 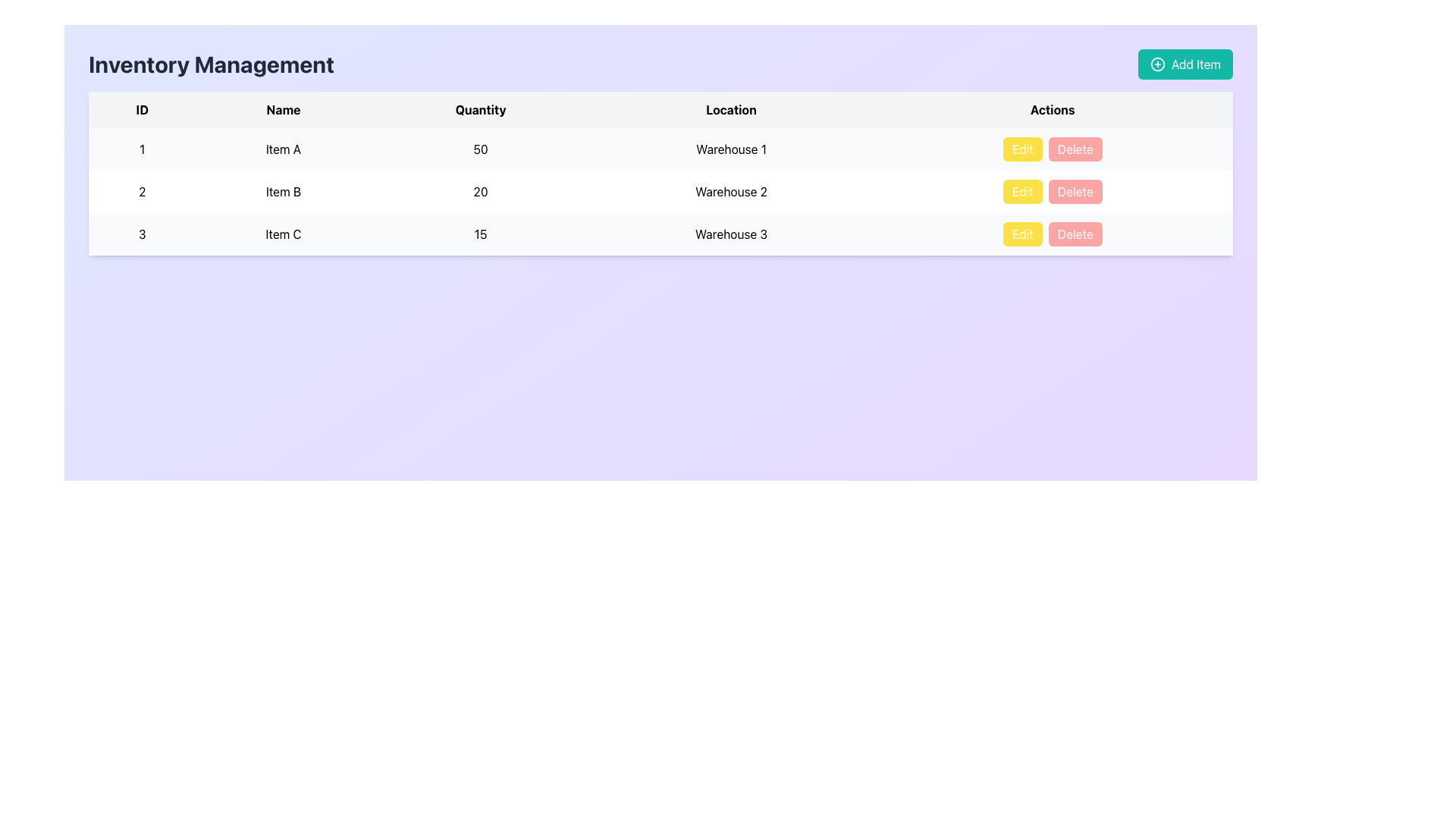 What do you see at coordinates (1022, 191) in the screenshot?
I see `the edit button located in the 'Actions' column of the second row of the table` at bounding box center [1022, 191].